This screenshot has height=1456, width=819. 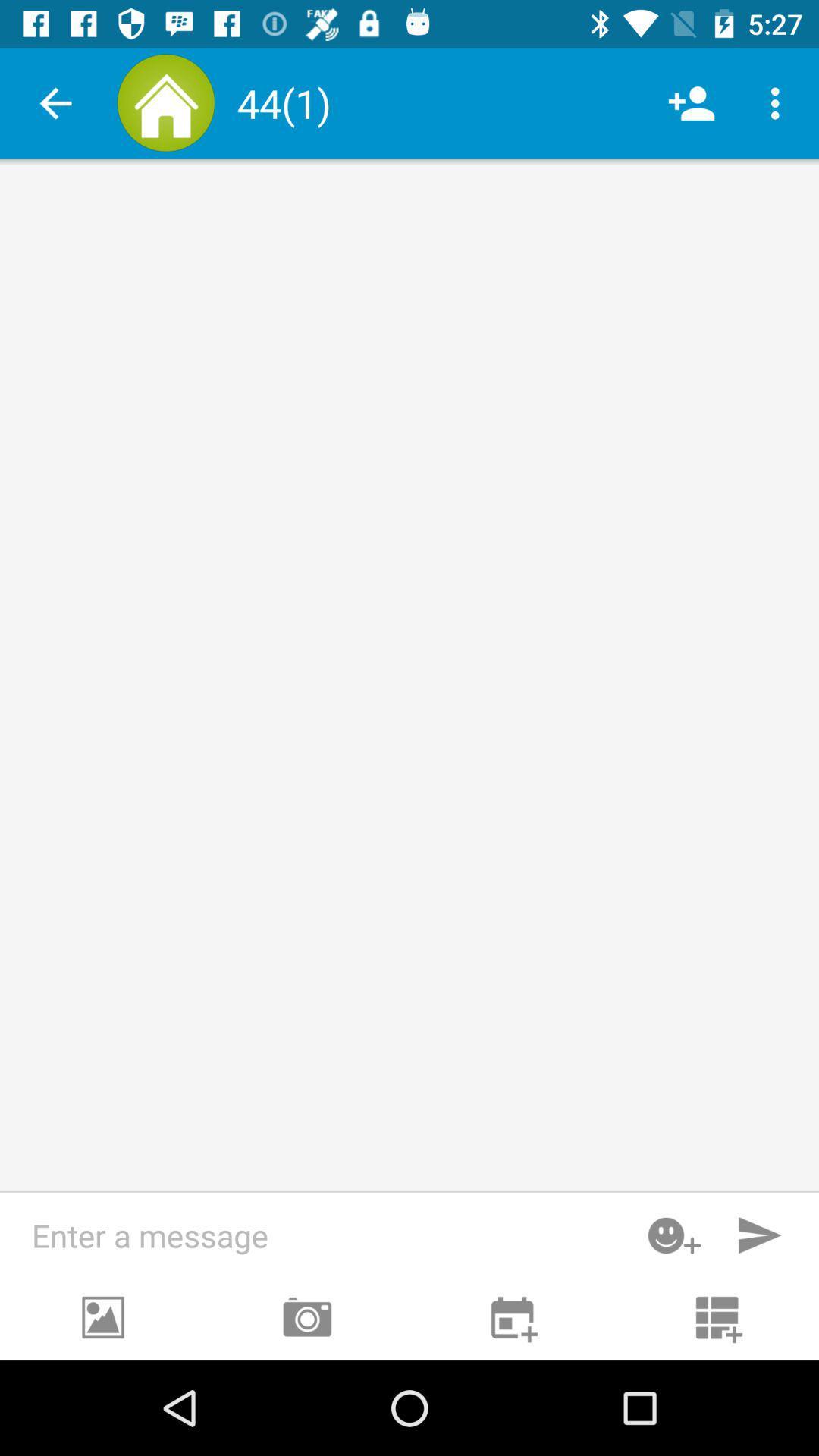 What do you see at coordinates (691, 102) in the screenshot?
I see `the item to the right of the (1) icon` at bounding box center [691, 102].